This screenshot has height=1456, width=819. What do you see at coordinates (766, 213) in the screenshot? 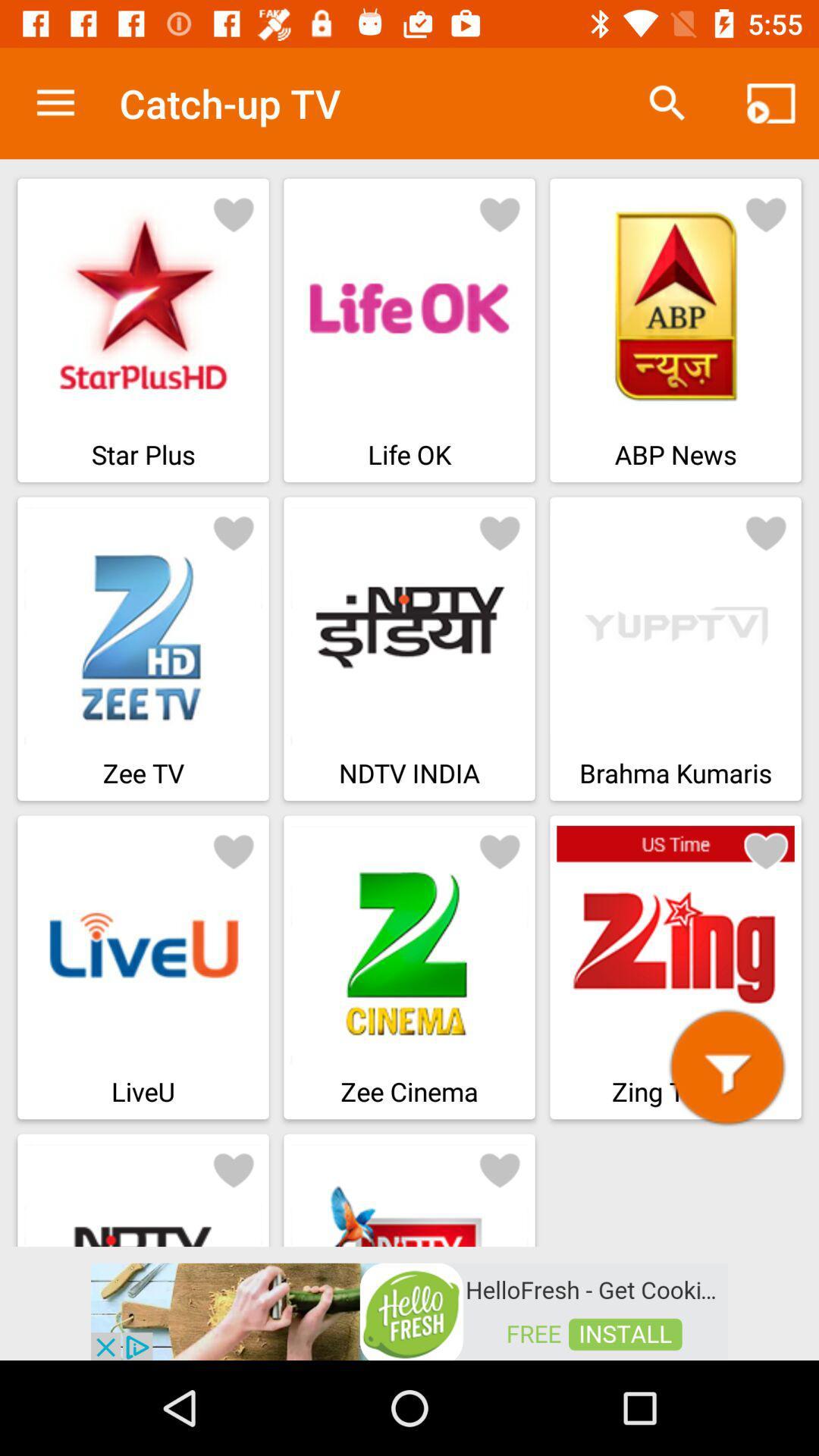
I see `favorite` at bounding box center [766, 213].